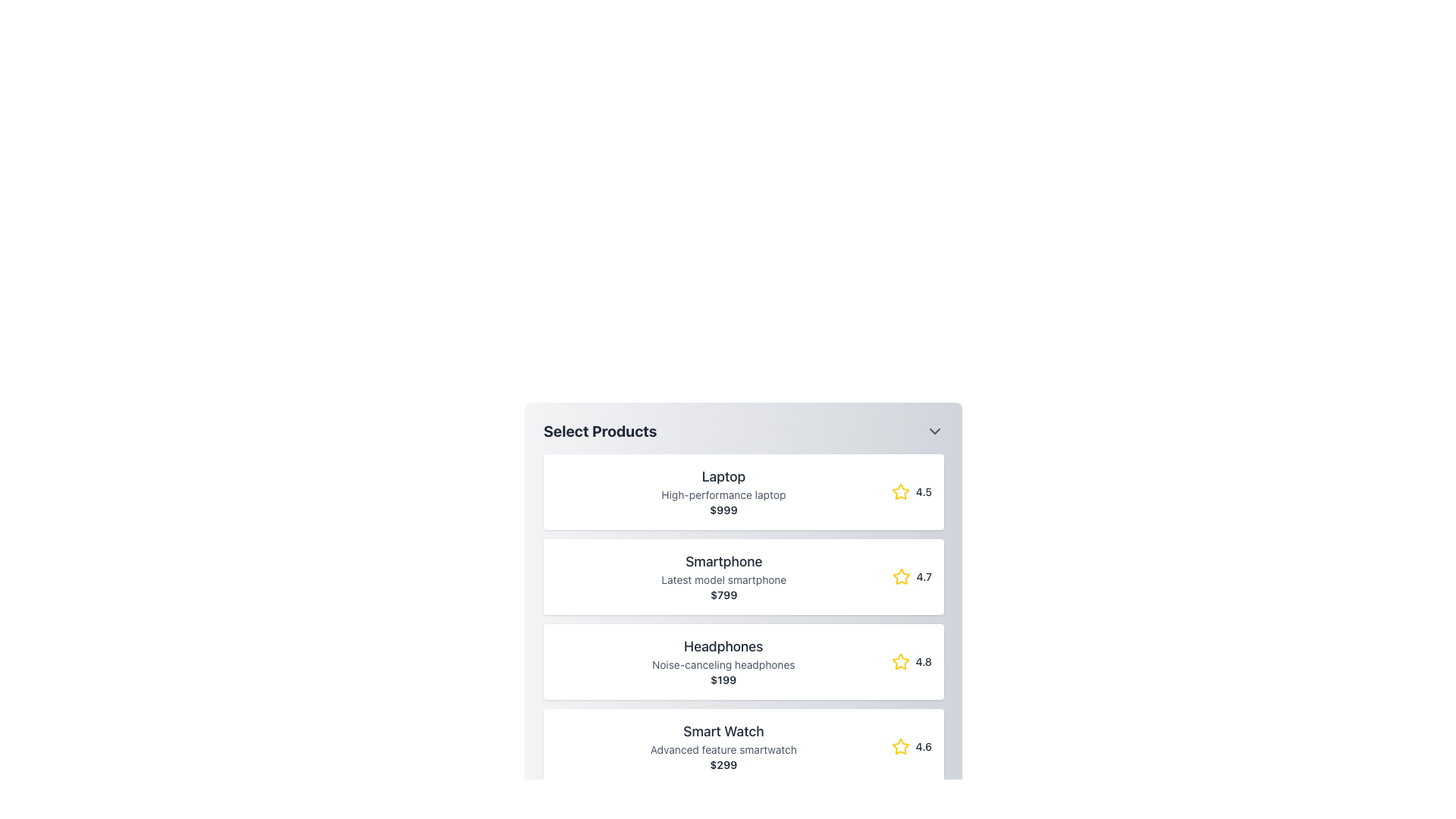  I want to click on the rating display for the 'Smartphone' product, so click(911, 576).